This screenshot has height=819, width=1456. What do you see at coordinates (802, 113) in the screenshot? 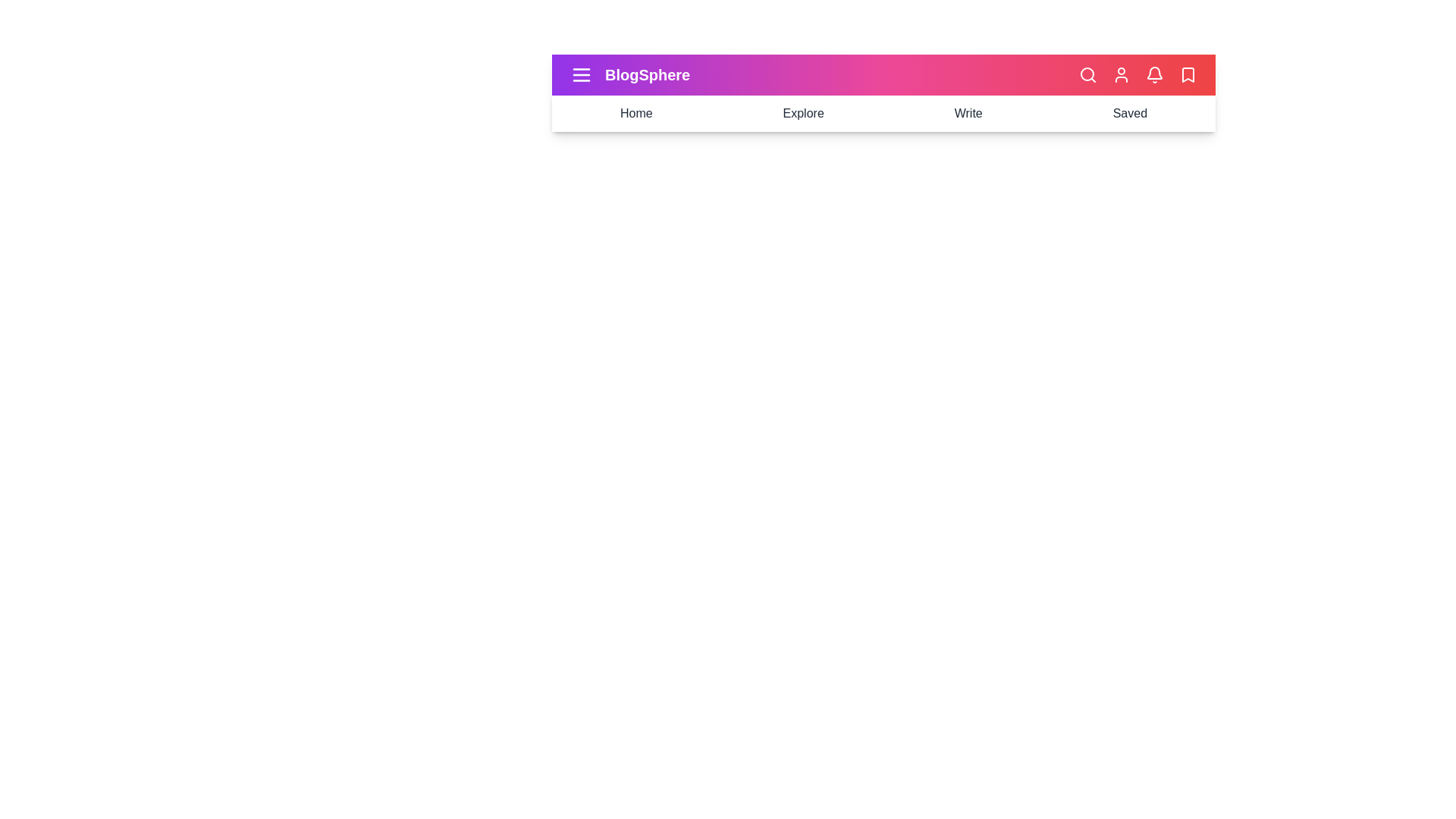
I see `the element Explore to preview its effect` at bounding box center [802, 113].